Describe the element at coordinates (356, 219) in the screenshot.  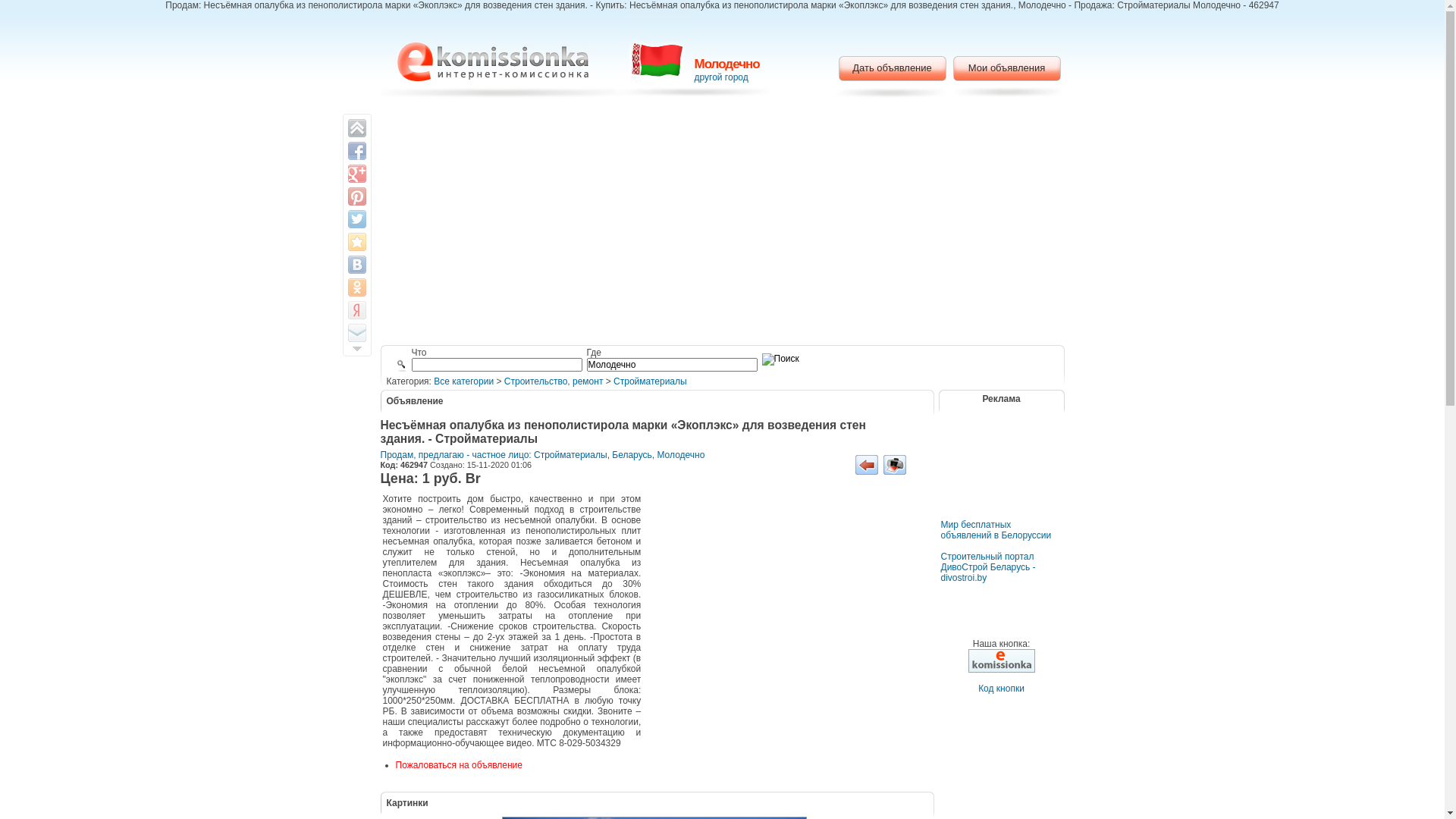
I see `'Share on Twitter'` at that location.